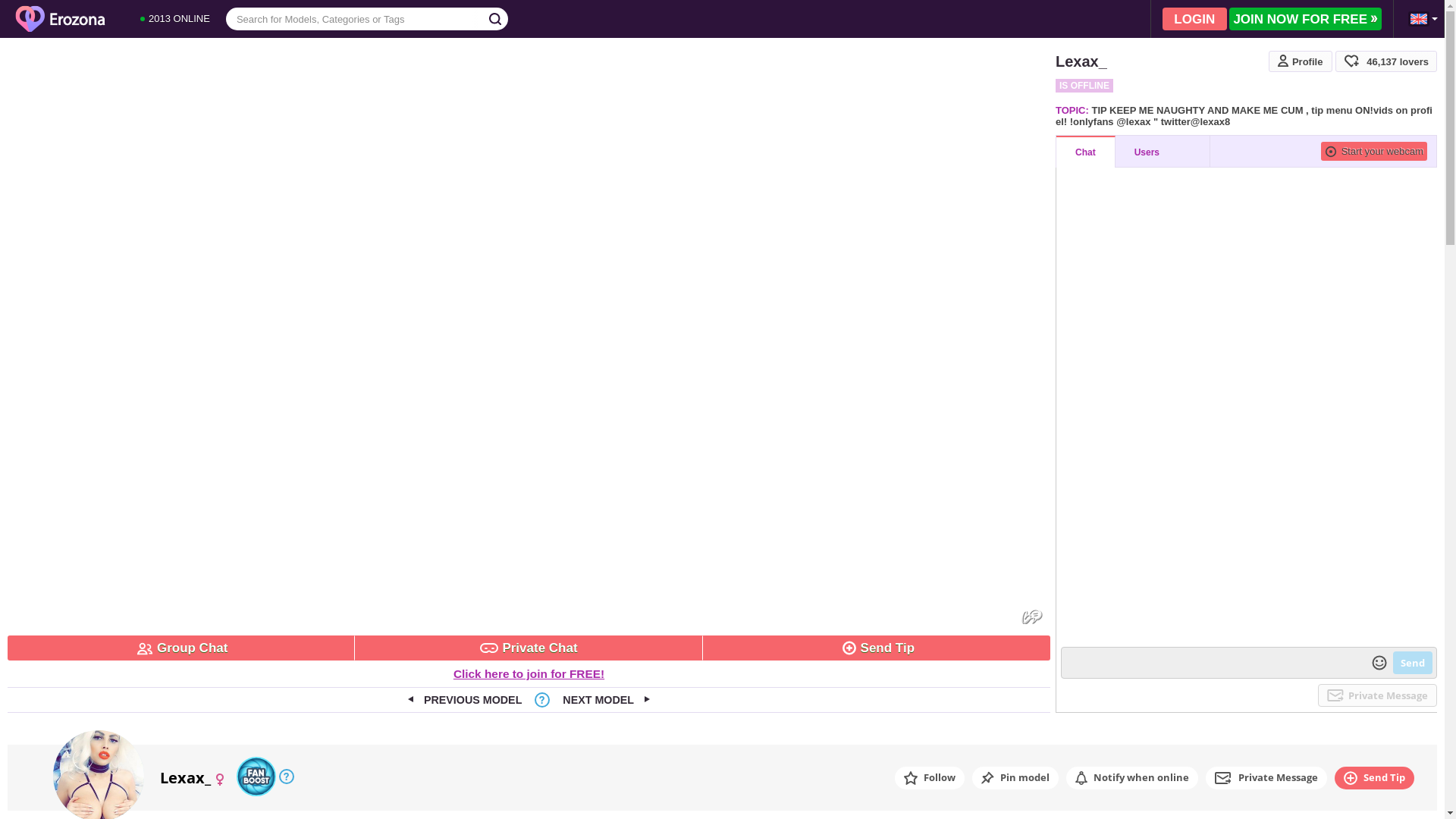 Image resolution: width=1456 pixels, height=819 pixels. I want to click on 'Start your webcam', so click(1320, 151).